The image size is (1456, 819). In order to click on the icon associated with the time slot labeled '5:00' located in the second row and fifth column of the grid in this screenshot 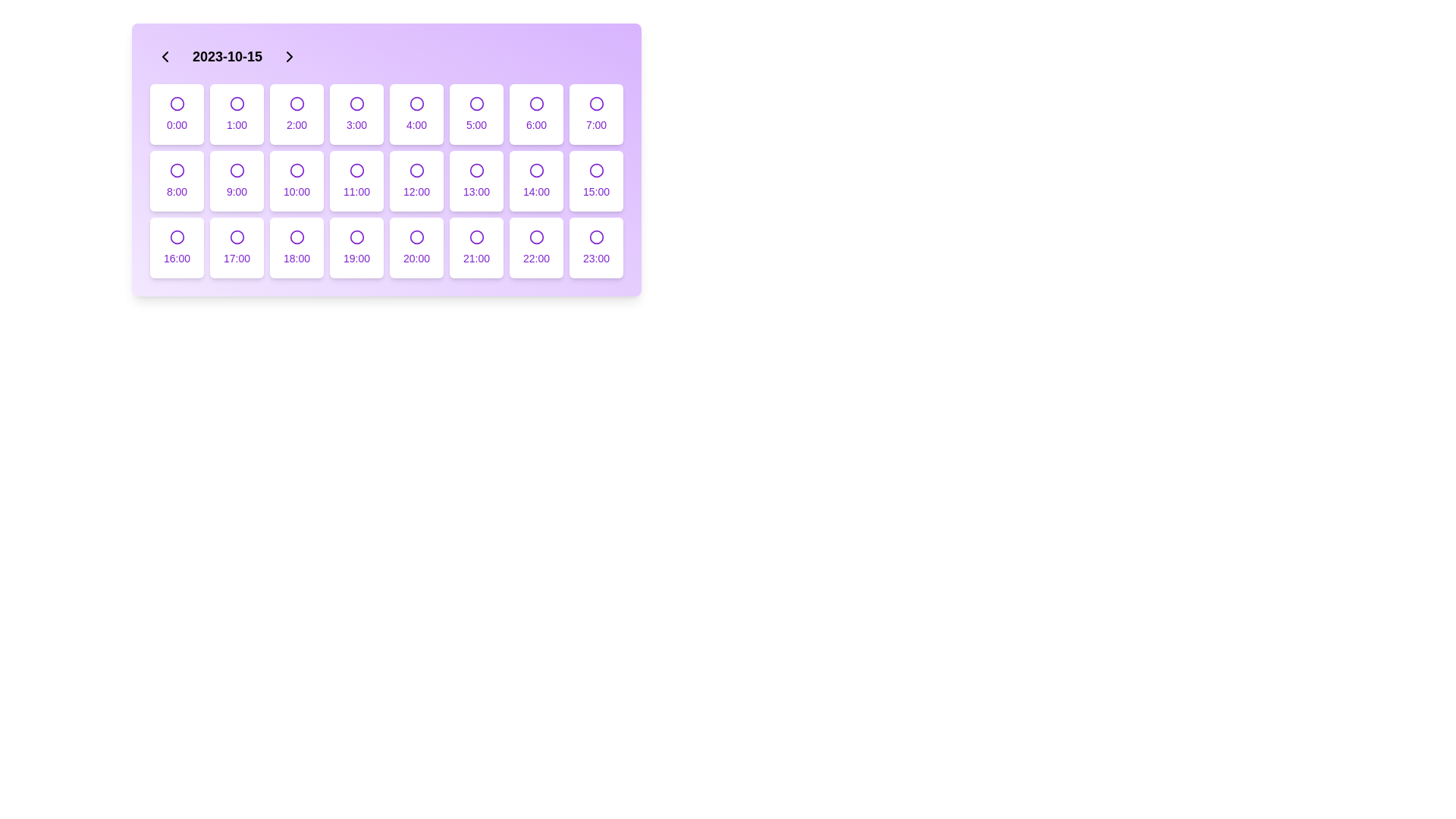, I will do `click(475, 103)`.